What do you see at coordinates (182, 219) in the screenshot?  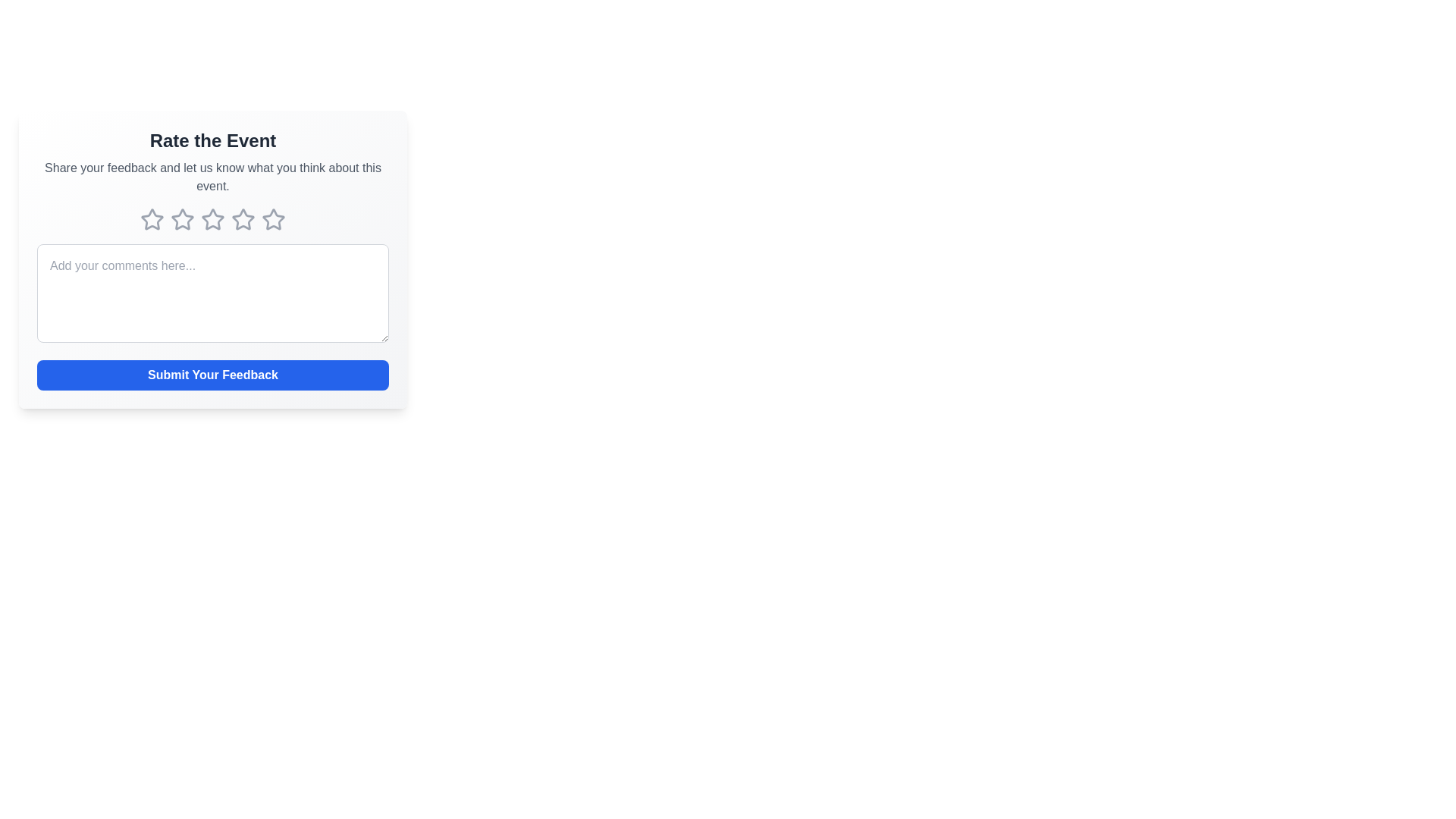 I see `the first star icon for rating, which is part of the 'Rate the Event' section` at bounding box center [182, 219].